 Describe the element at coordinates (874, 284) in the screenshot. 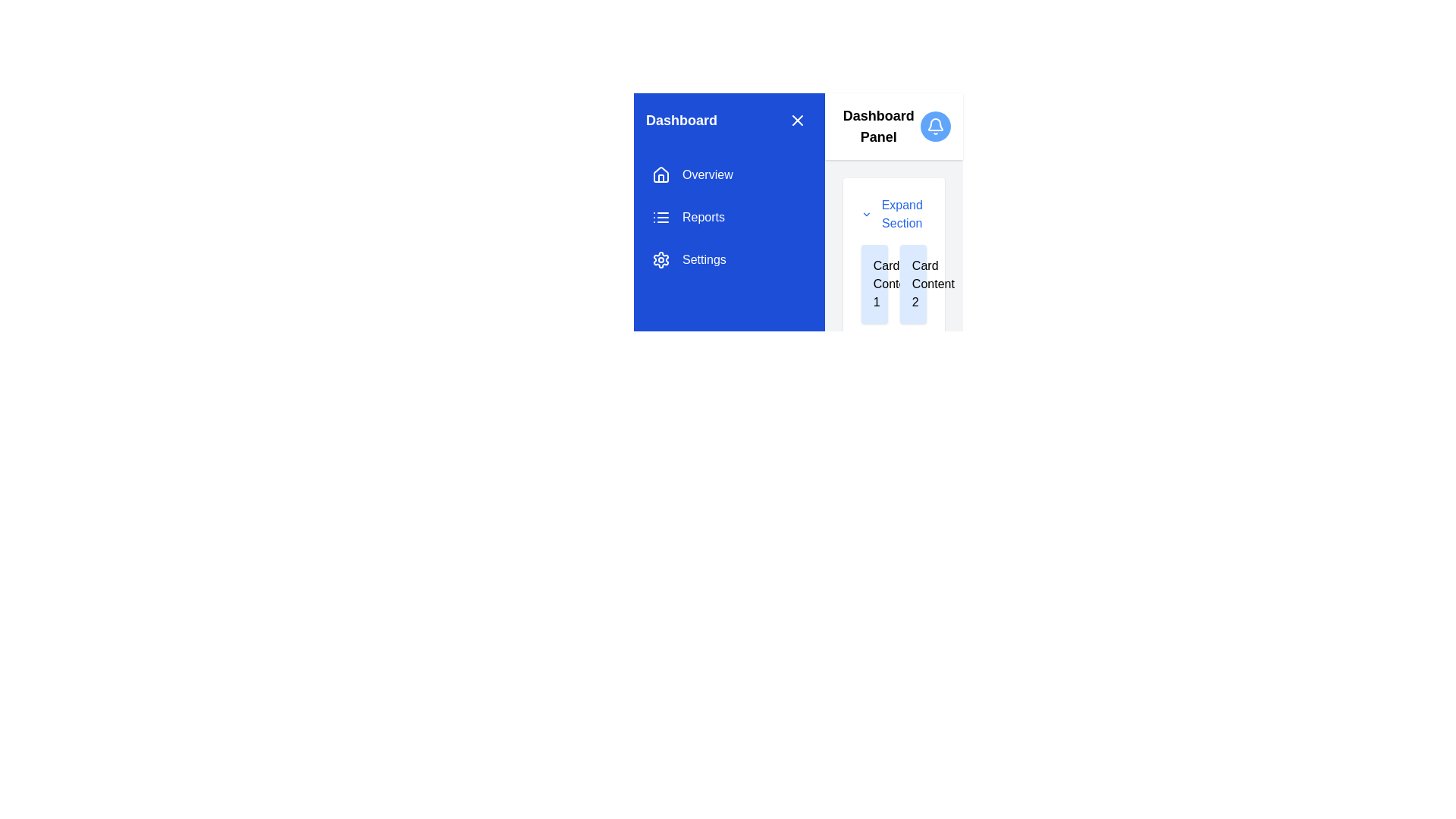

I see `the text label that serves as a descriptor for the leftmost card in the Dashboard Panel section` at that location.